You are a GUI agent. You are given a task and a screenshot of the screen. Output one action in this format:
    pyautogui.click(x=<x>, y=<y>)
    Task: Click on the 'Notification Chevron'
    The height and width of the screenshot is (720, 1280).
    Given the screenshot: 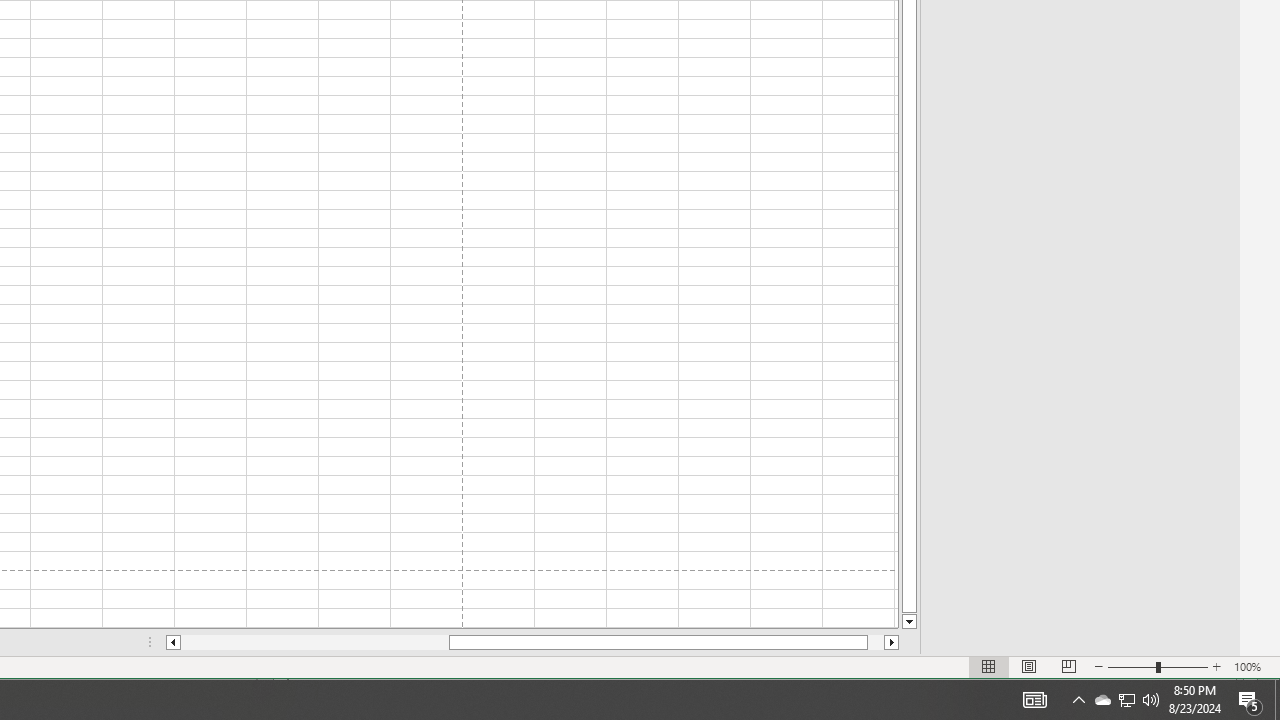 What is the action you would take?
    pyautogui.click(x=1034, y=698)
    